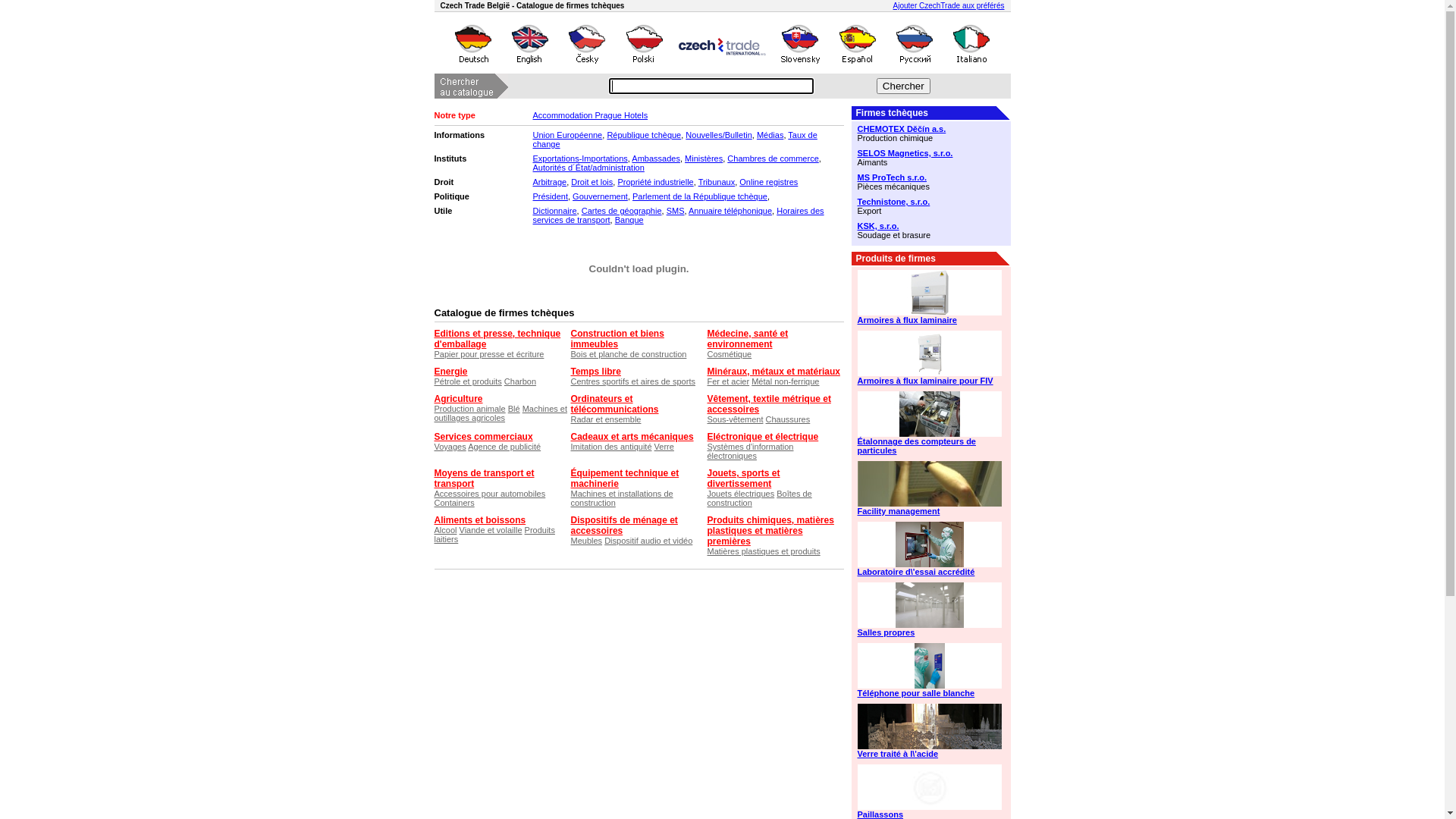 The height and width of the screenshot is (819, 1456). What do you see at coordinates (768, 180) in the screenshot?
I see `'Online registres'` at bounding box center [768, 180].